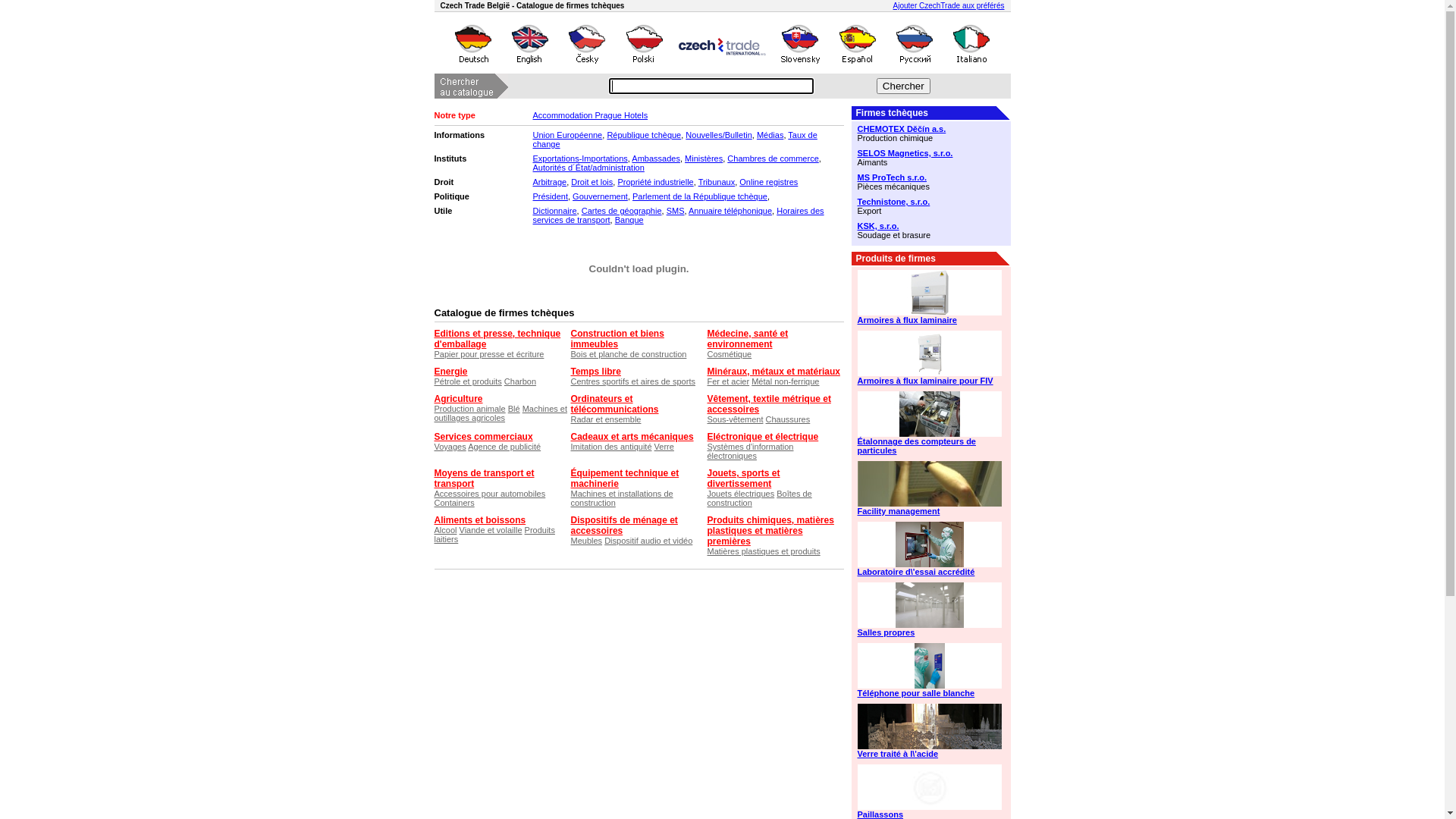 The height and width of the screenshot is (819, 1456). What do you see at coordinates (768, 180) in the screenshot?
I see `'Online registres'` at bounding box center [768, 180].